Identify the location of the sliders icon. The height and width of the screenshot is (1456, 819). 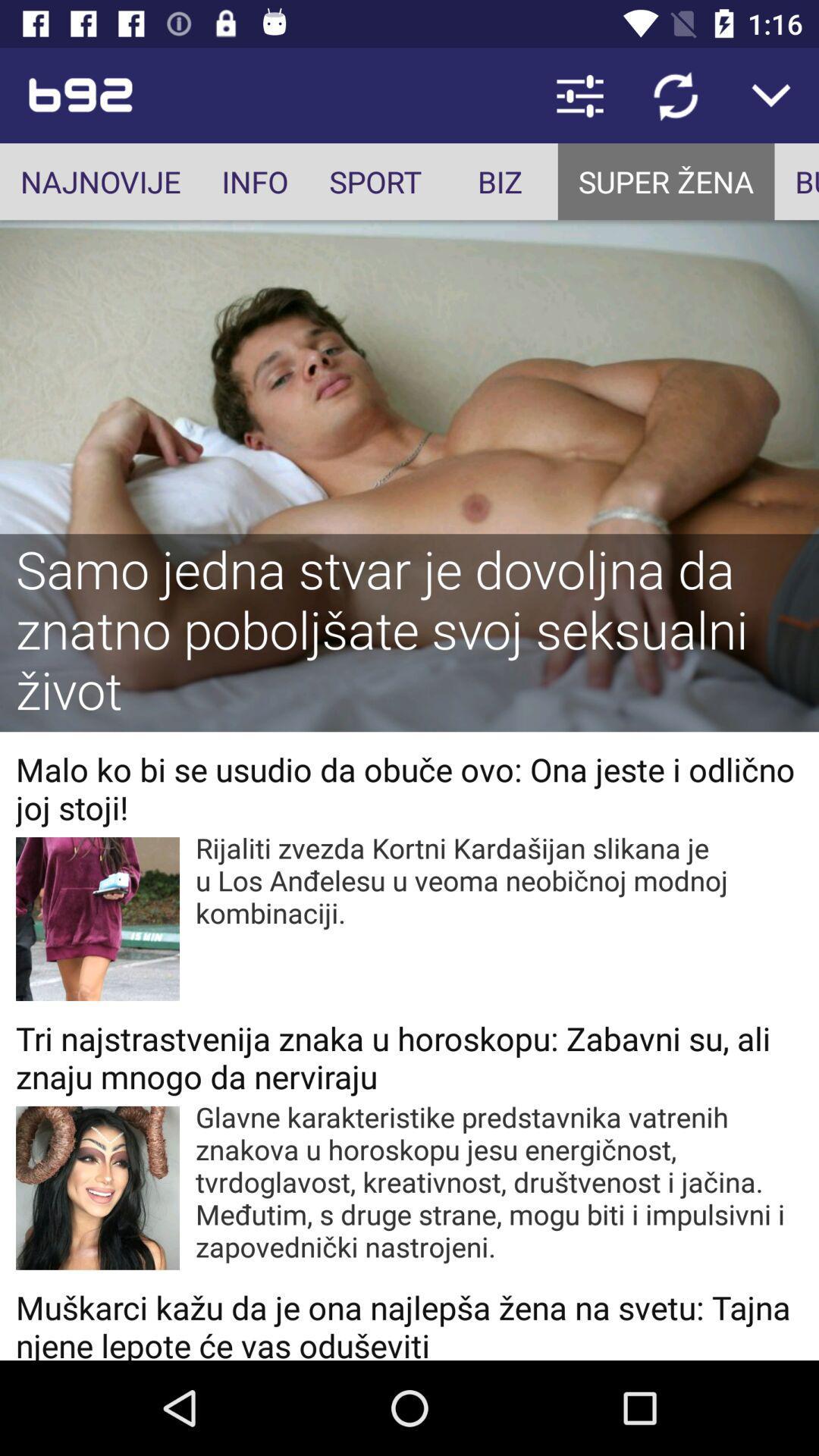
(579, 94).